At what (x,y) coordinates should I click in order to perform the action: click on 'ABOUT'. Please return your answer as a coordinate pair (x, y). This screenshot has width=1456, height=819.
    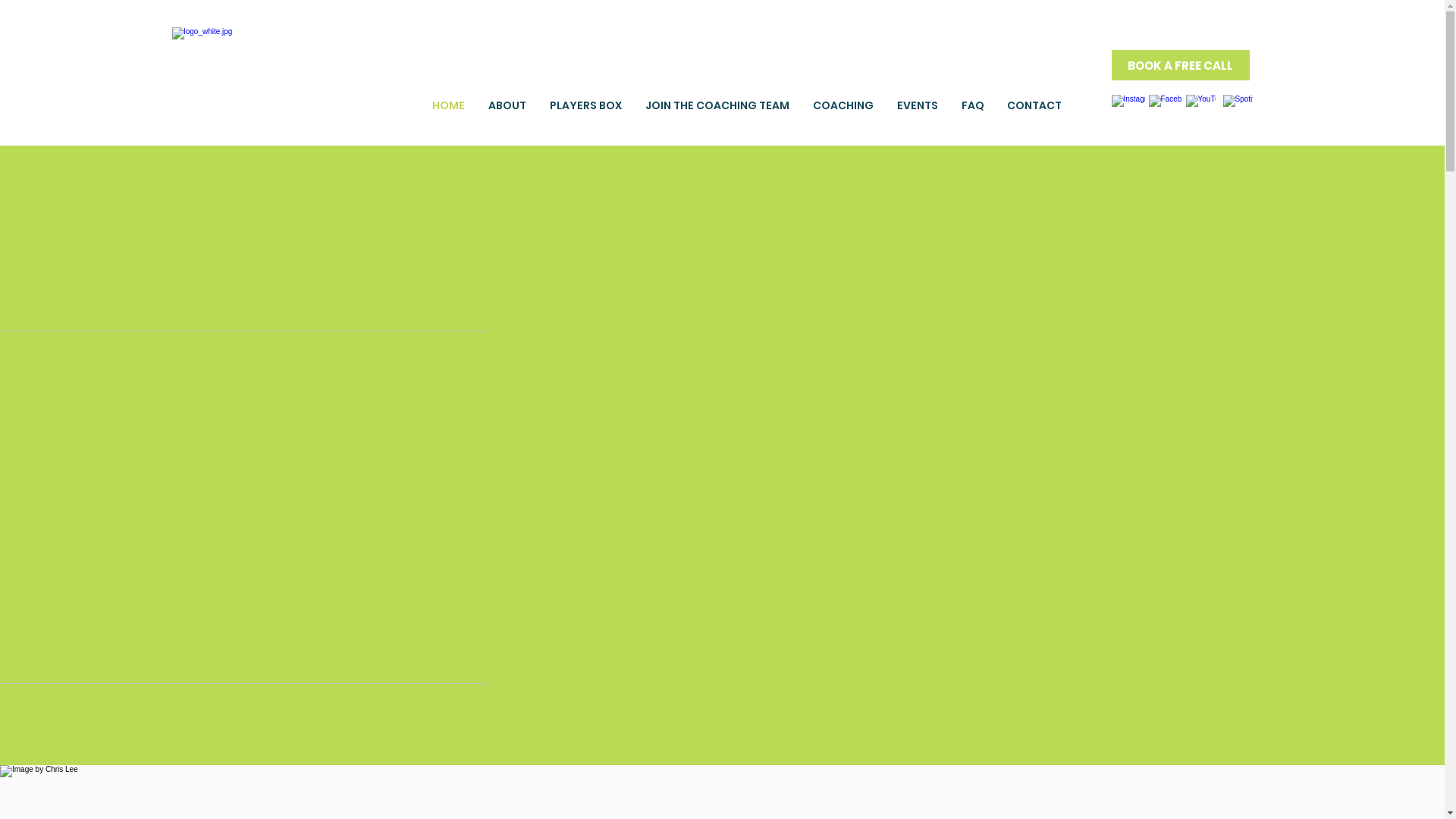
    Looking at the image, I should click on (507, 104).